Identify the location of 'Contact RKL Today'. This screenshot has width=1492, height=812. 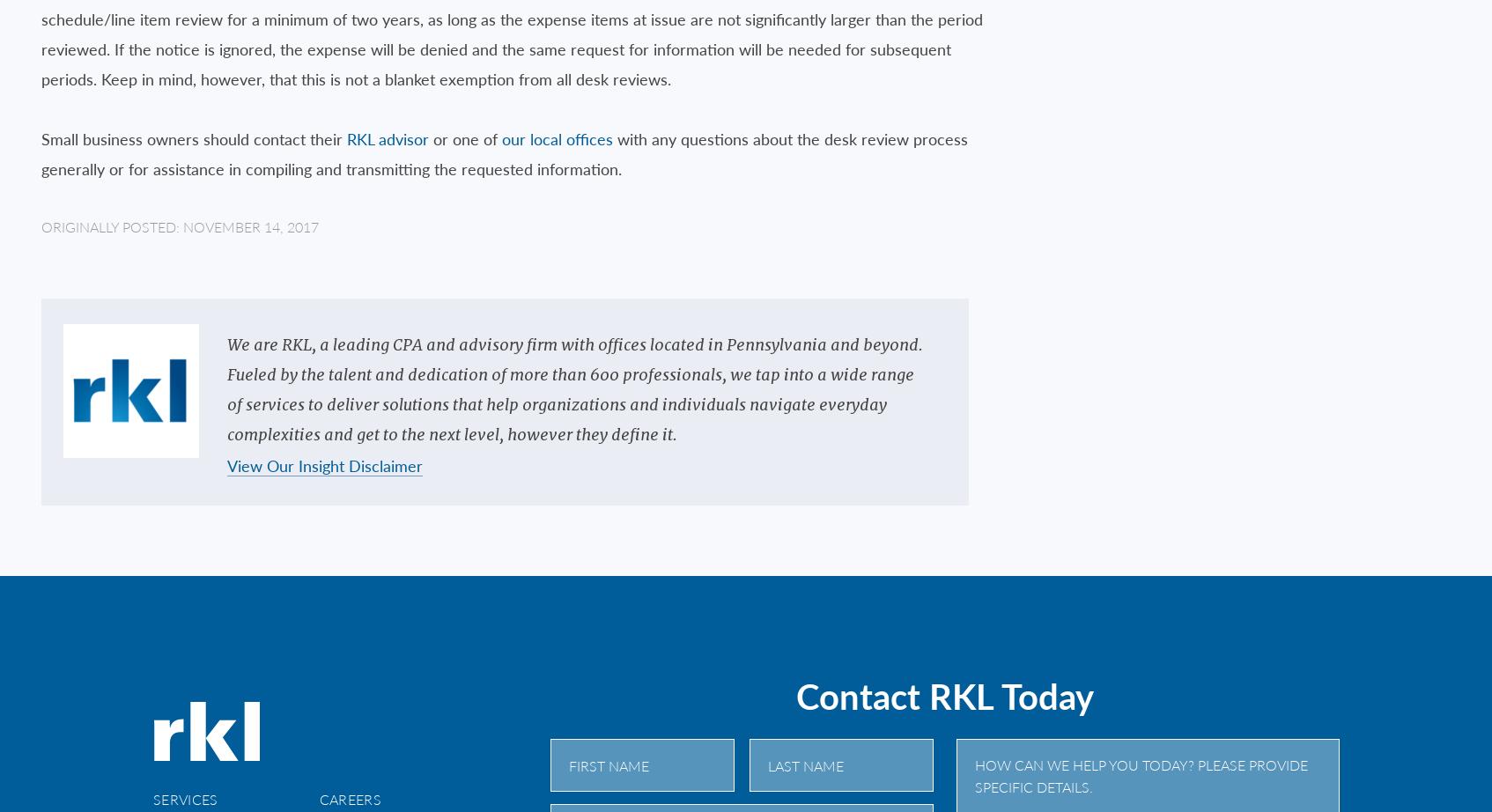
(944, 693).